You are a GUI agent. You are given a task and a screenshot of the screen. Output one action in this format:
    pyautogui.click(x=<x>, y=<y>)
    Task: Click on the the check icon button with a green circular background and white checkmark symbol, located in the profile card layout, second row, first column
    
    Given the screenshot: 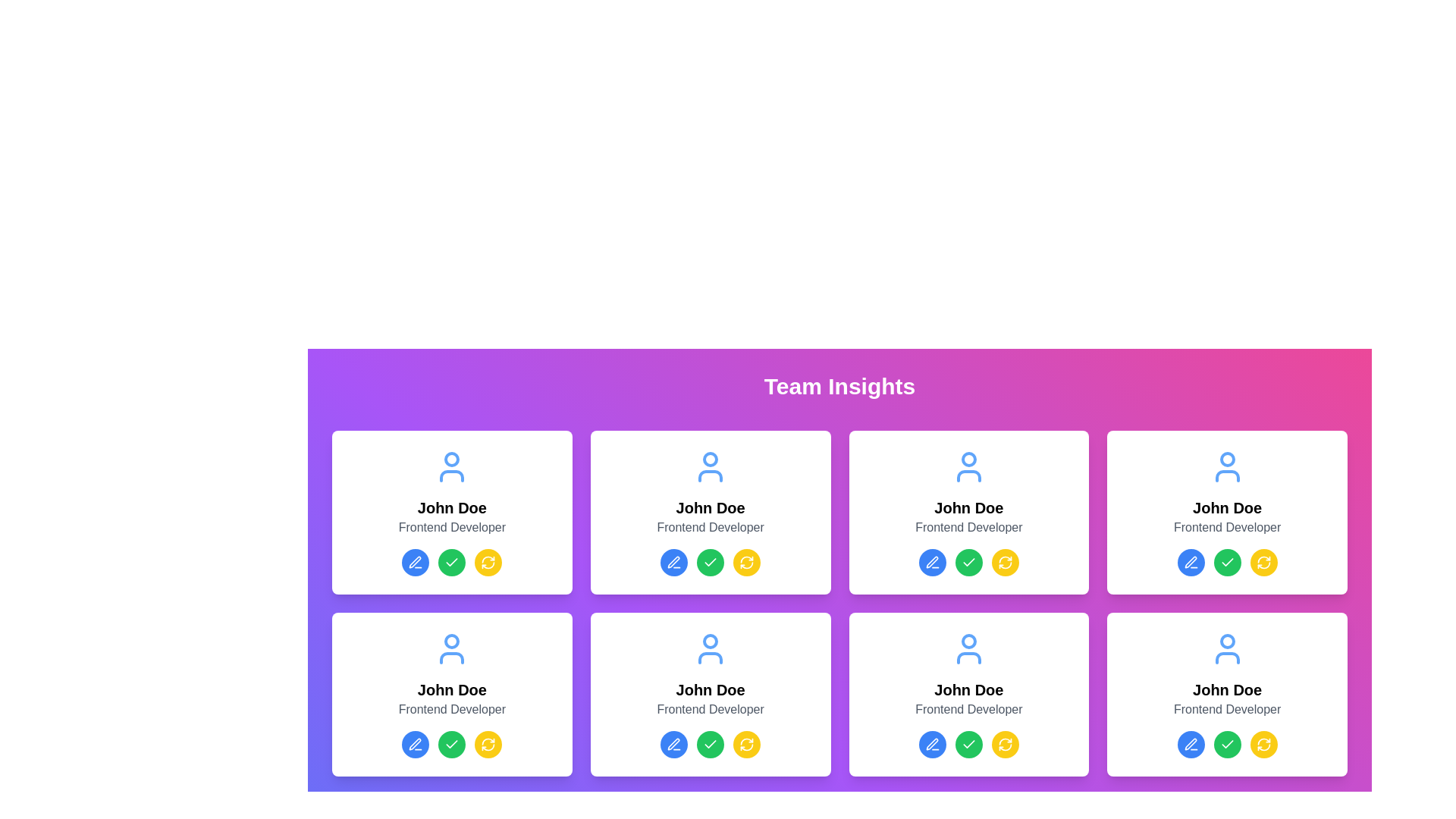 What is the action you would take?
    pyautogui.click(x=451, y=562)
    